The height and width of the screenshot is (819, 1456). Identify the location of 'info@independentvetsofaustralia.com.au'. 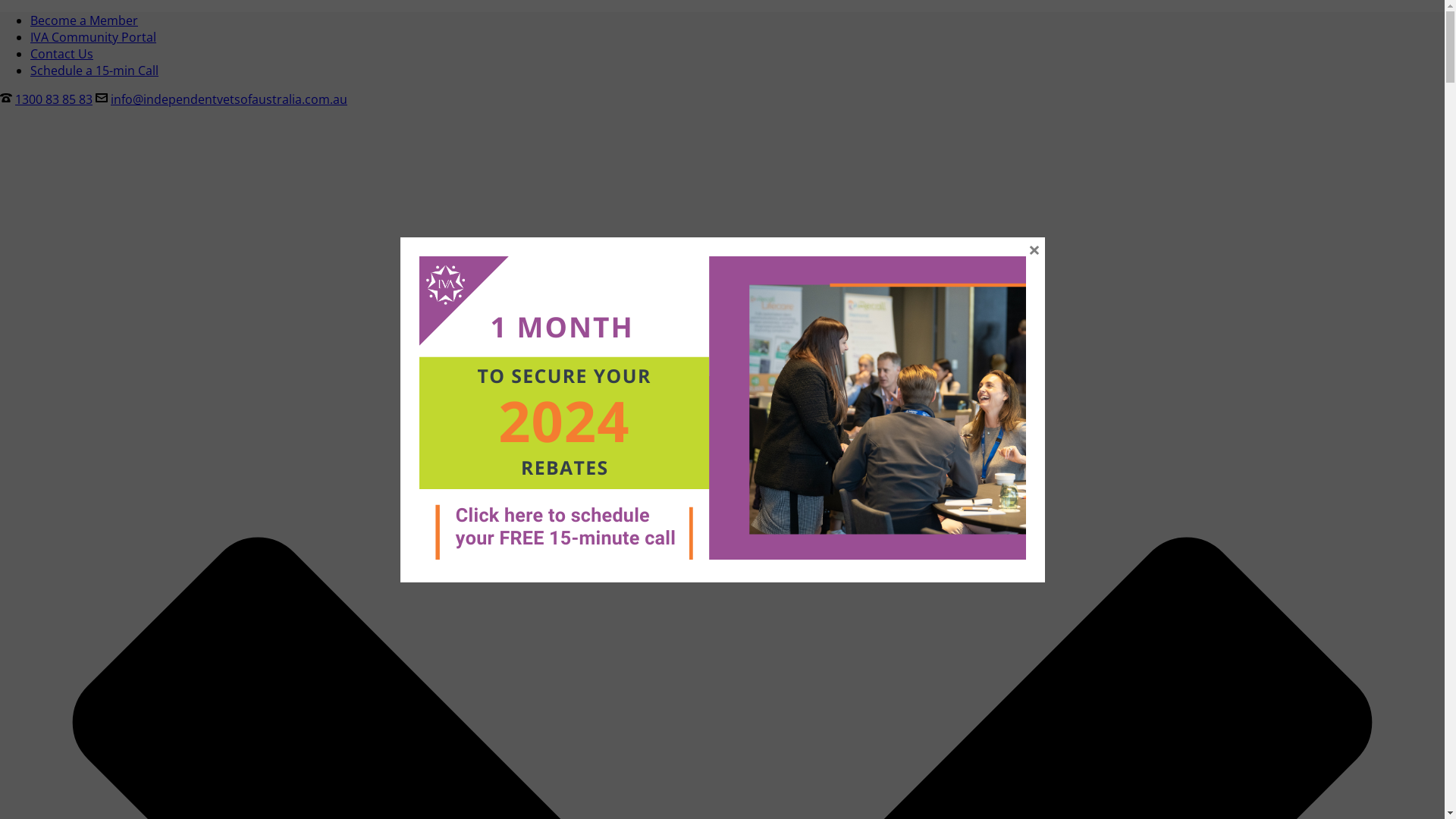
(228, 99).